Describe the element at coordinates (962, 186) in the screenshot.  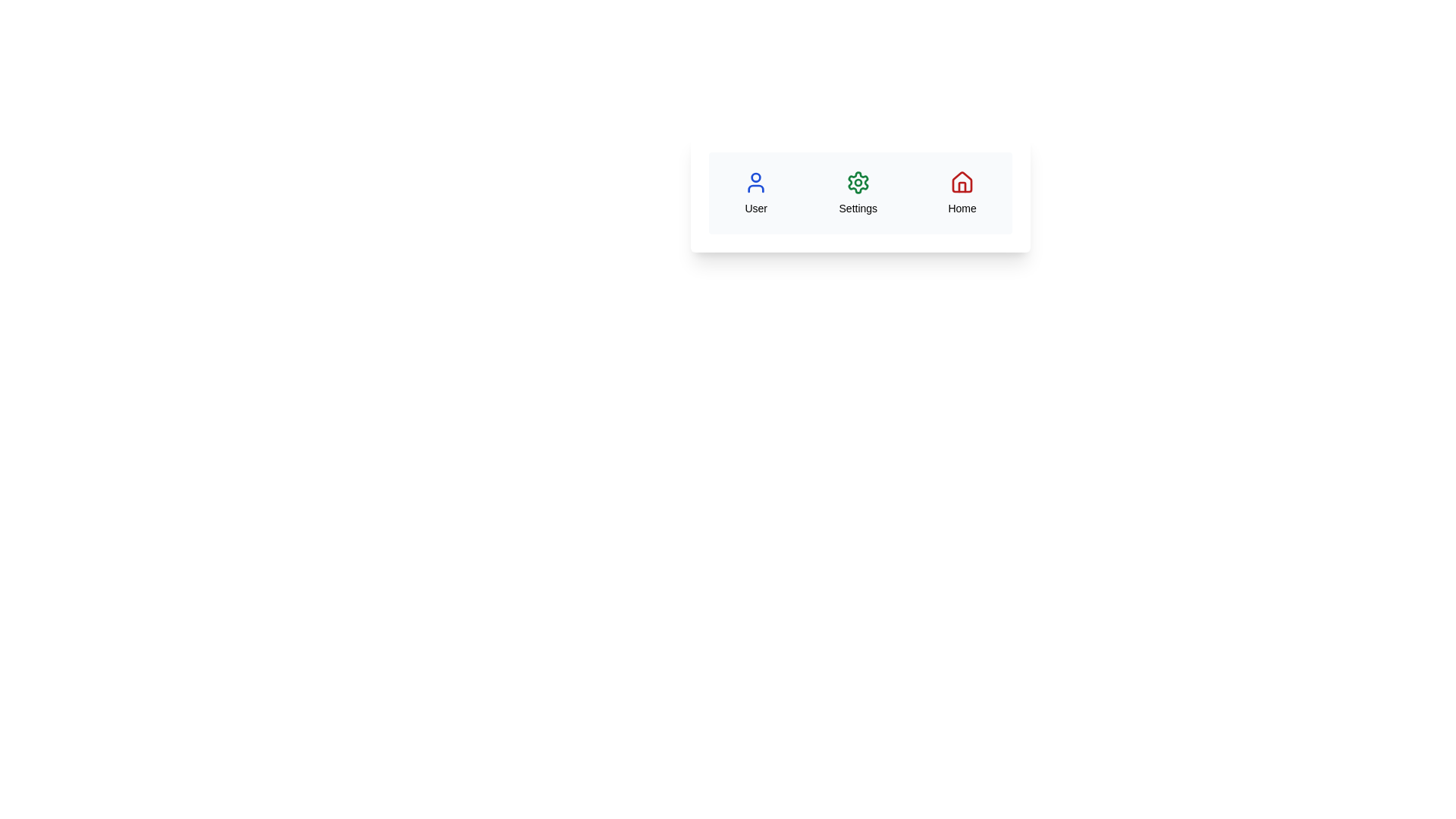
I see `the door element of the house icon` at that location.